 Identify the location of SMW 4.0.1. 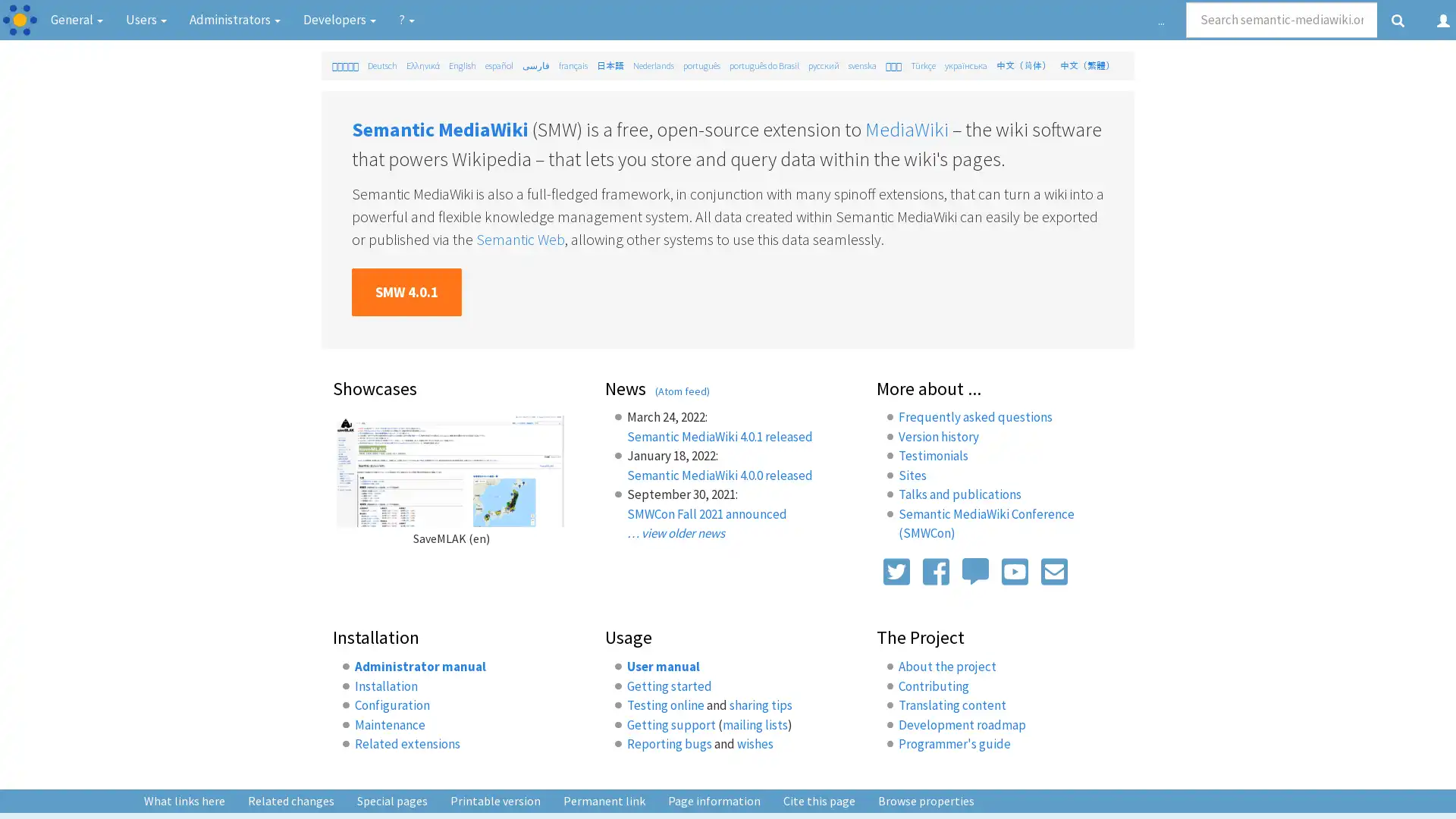
(406, 292).